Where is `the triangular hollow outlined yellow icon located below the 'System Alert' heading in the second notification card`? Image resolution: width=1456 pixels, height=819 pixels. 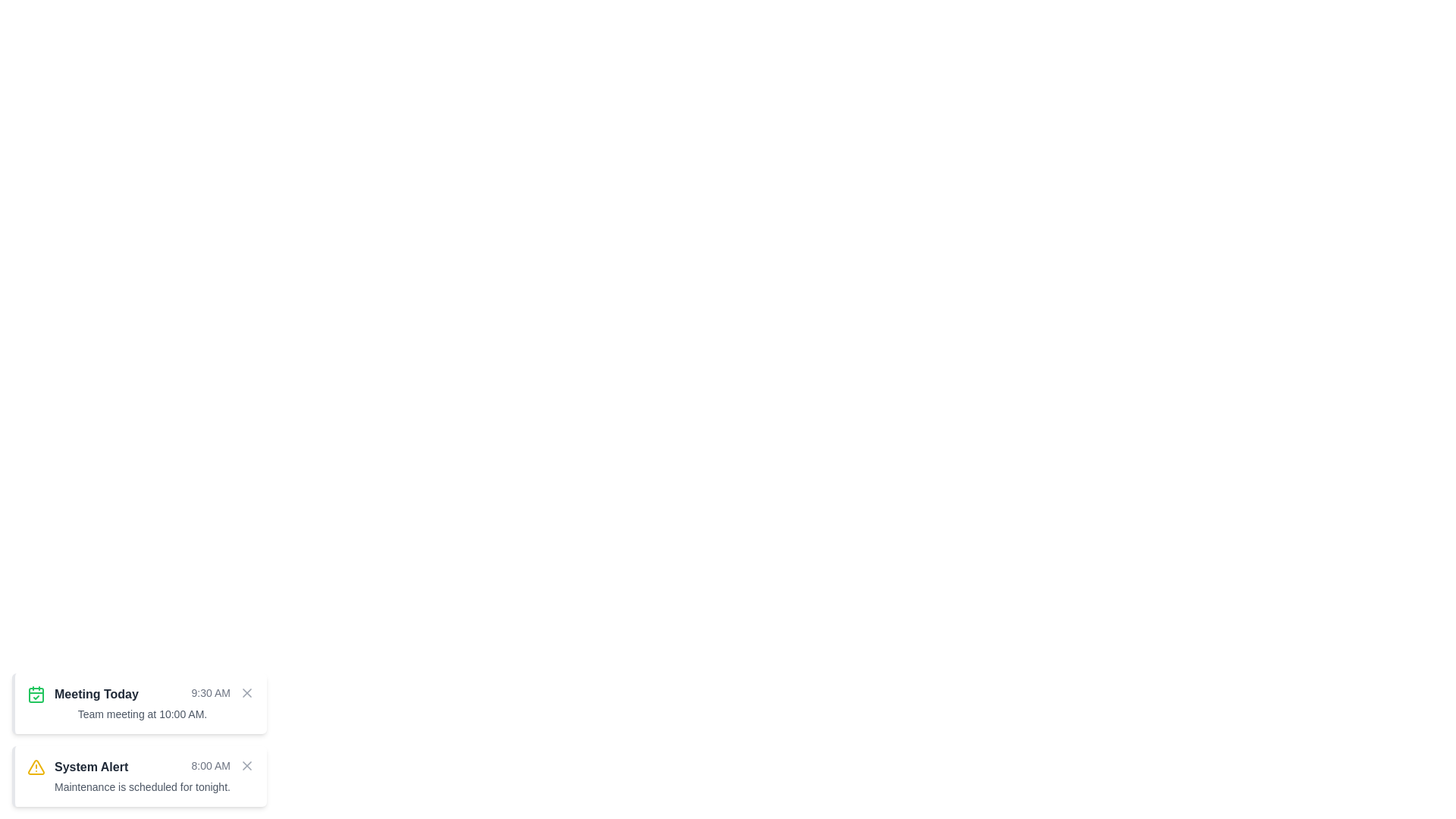
the triangular hollow outlined yellow icon located below the 'System Alert' heading in the second notification card is located at coordinates (36, 767).